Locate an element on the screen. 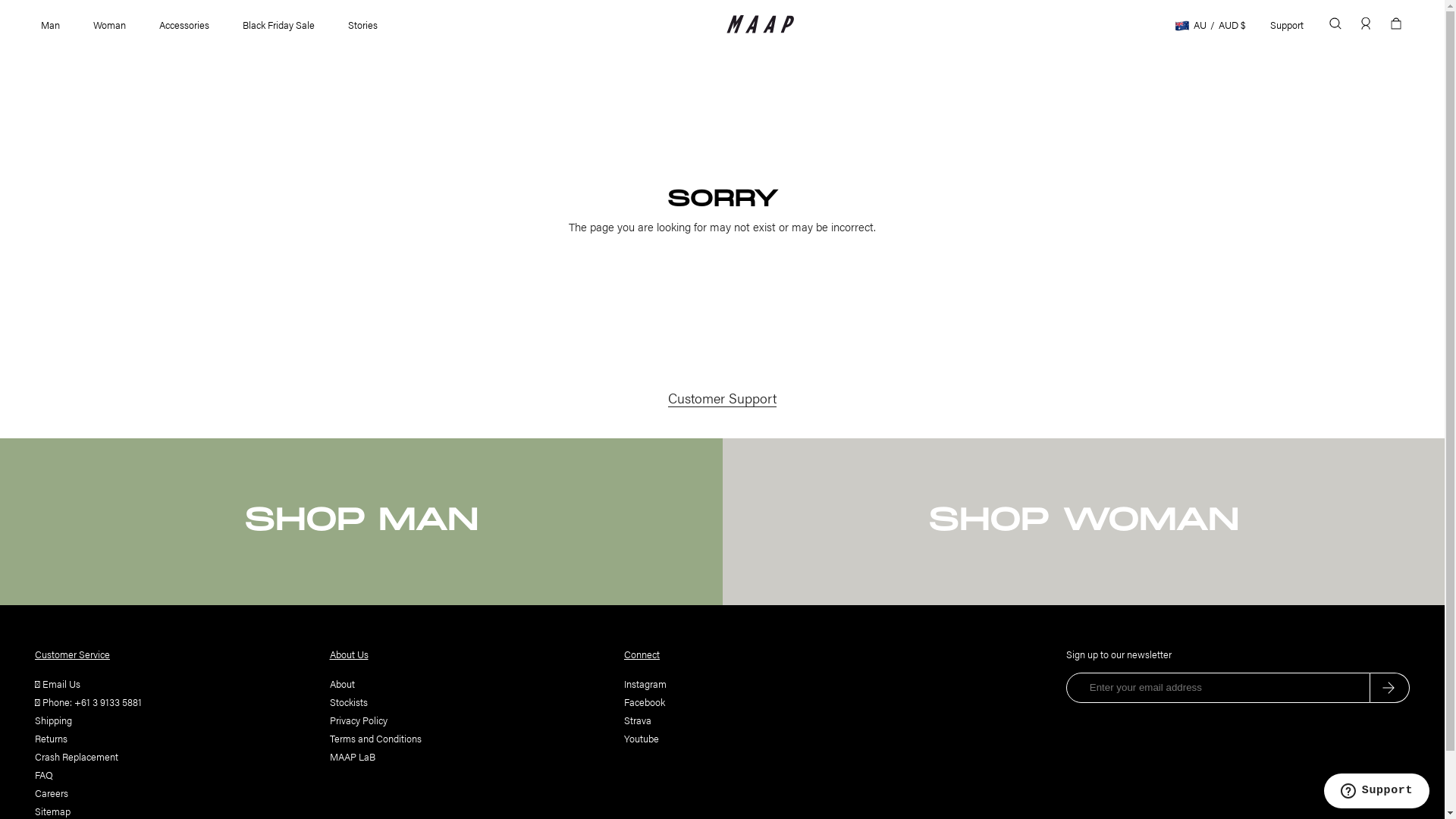  'Instagram' is located at coordinates (645, 683).